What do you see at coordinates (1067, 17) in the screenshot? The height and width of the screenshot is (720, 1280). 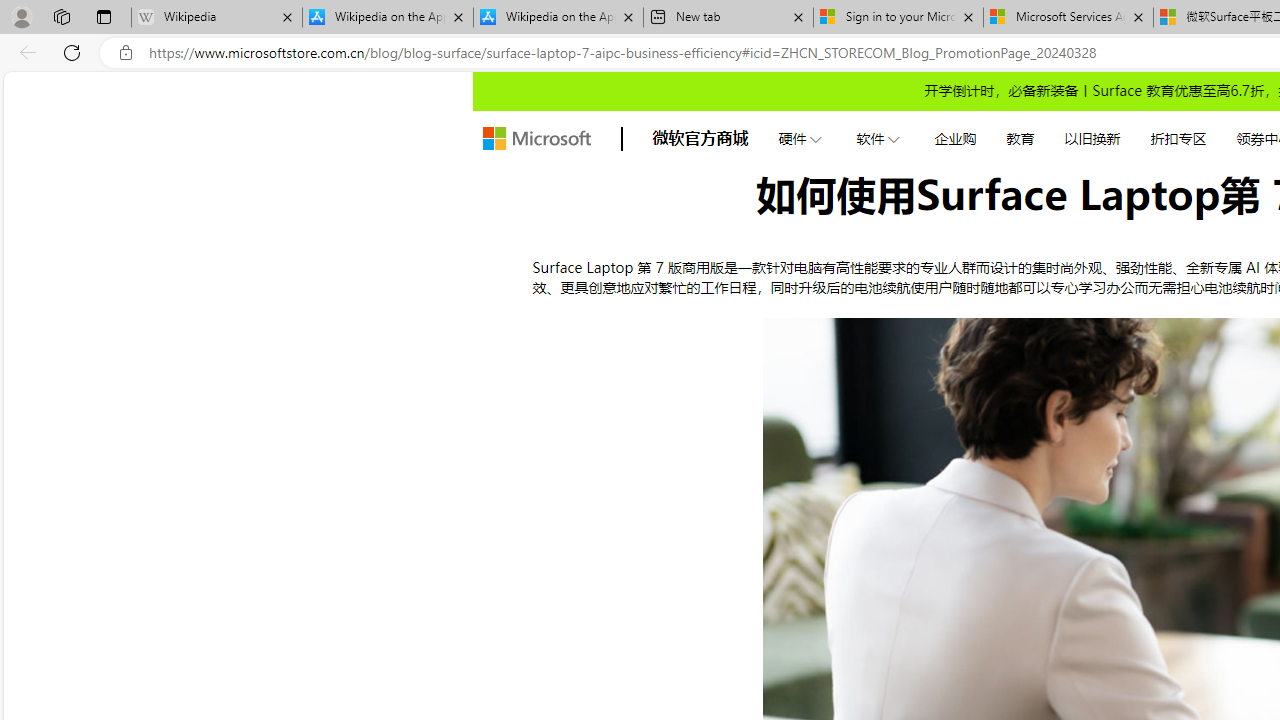 I see `'Microsoft Services Agreement'` at bounding box center [1067, 17].